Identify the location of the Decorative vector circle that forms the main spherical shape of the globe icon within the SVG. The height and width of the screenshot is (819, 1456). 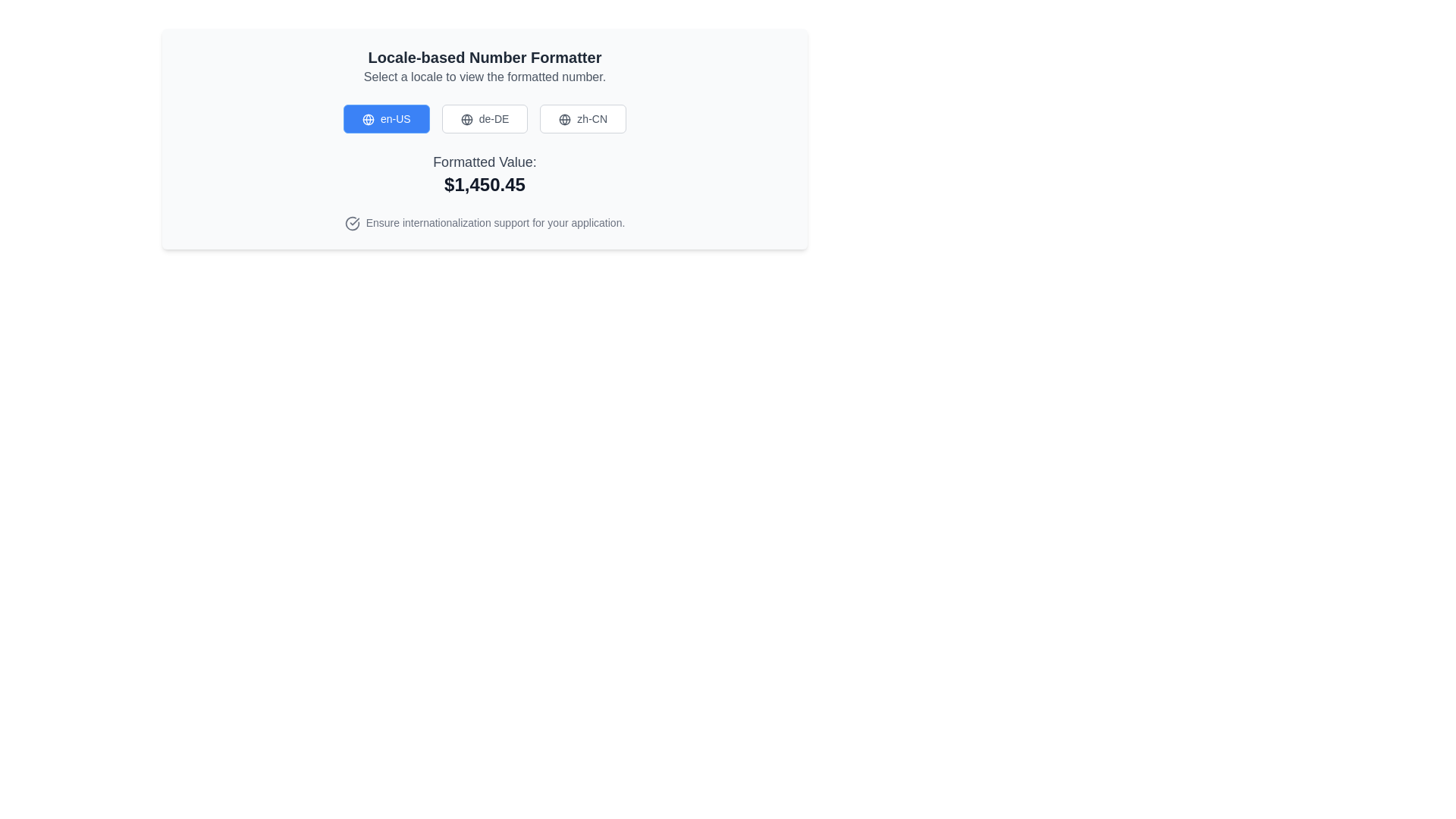
(564, 119).